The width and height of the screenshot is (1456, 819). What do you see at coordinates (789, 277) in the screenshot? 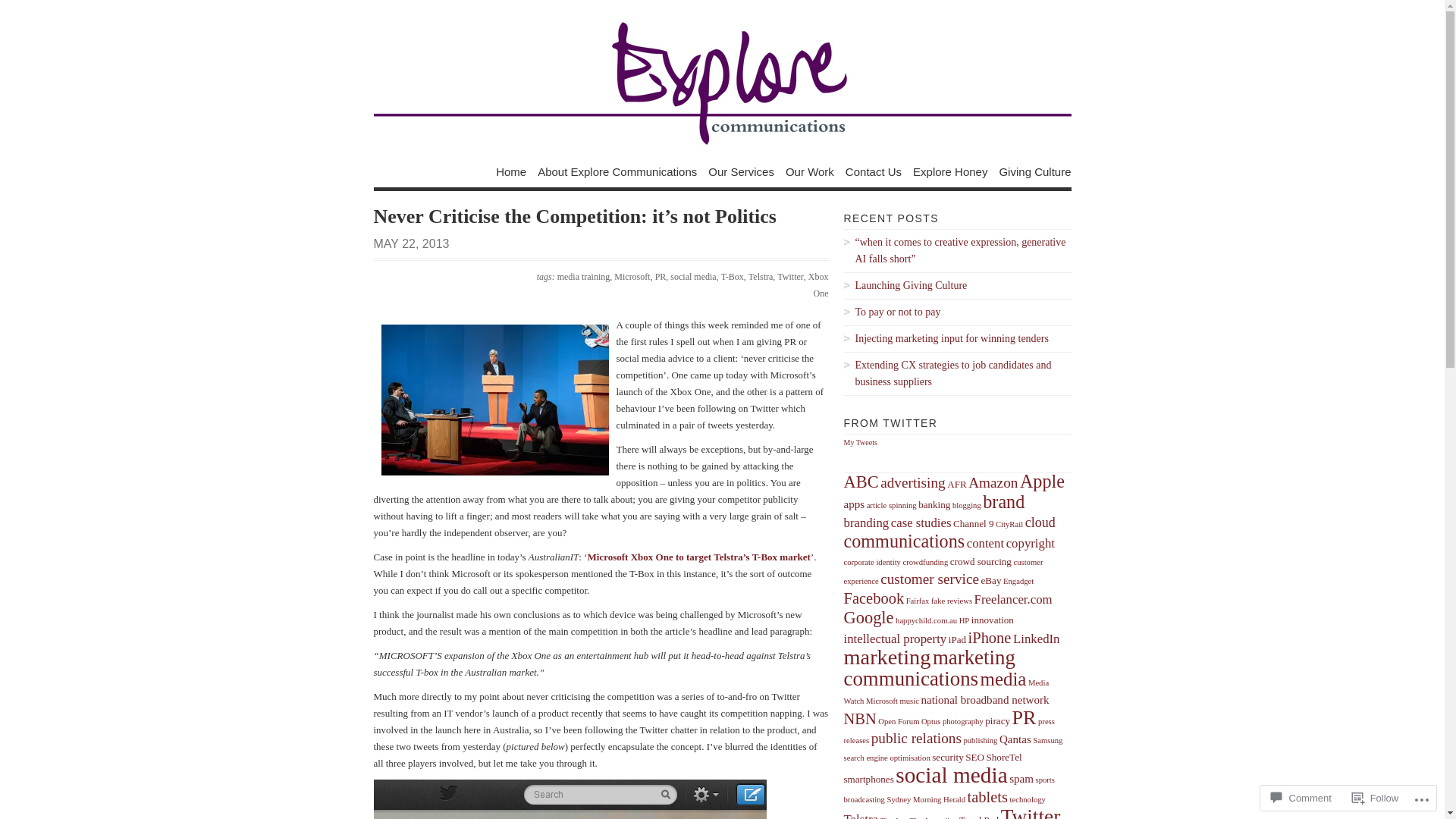
I see `'Twitter'` at bounding box center [789, 277].